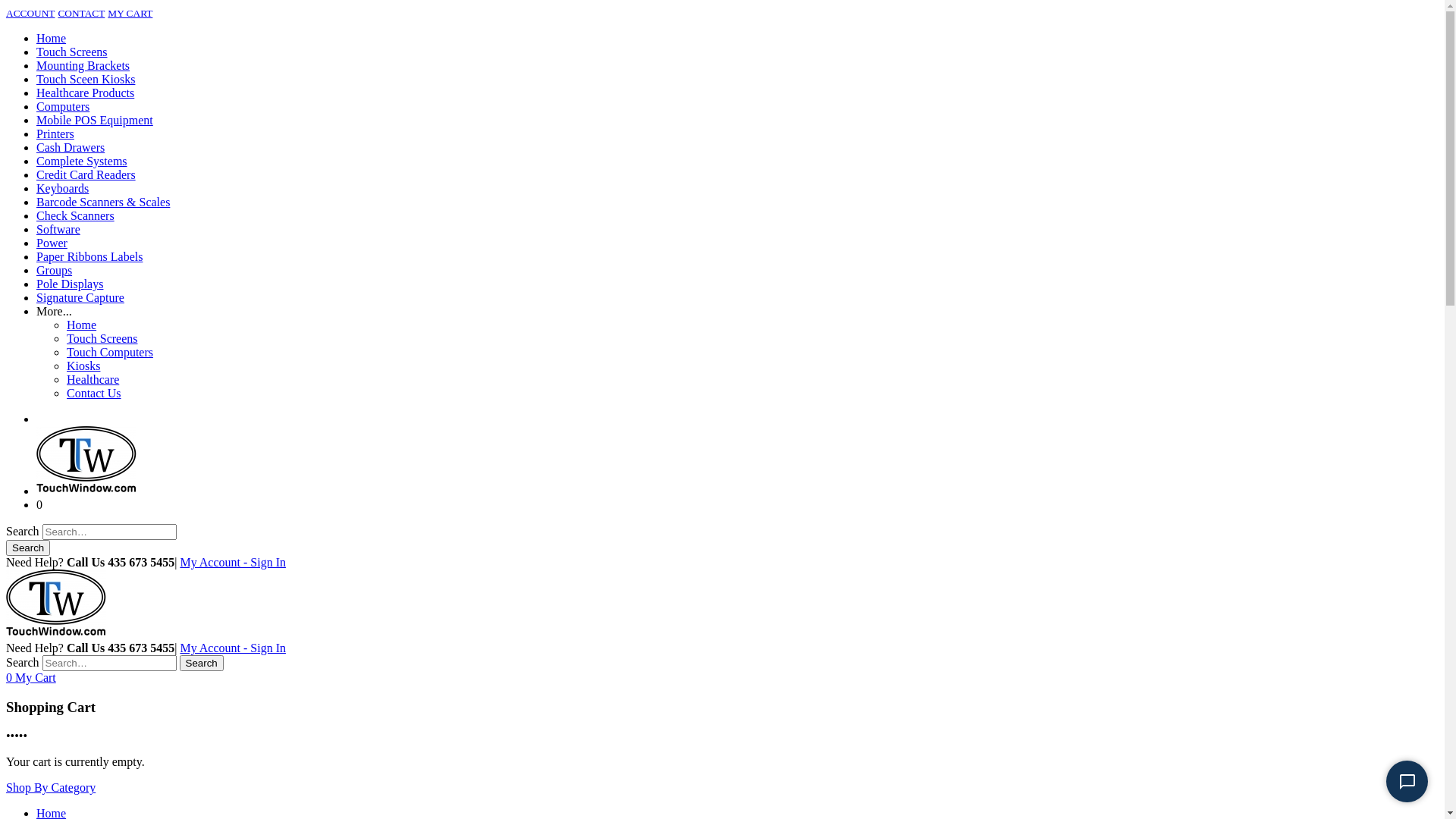 Image resolution: width=1456 pixels, height=819 pixels. I want to click on 'Paper Ribbons Labels', so click(89, 256).